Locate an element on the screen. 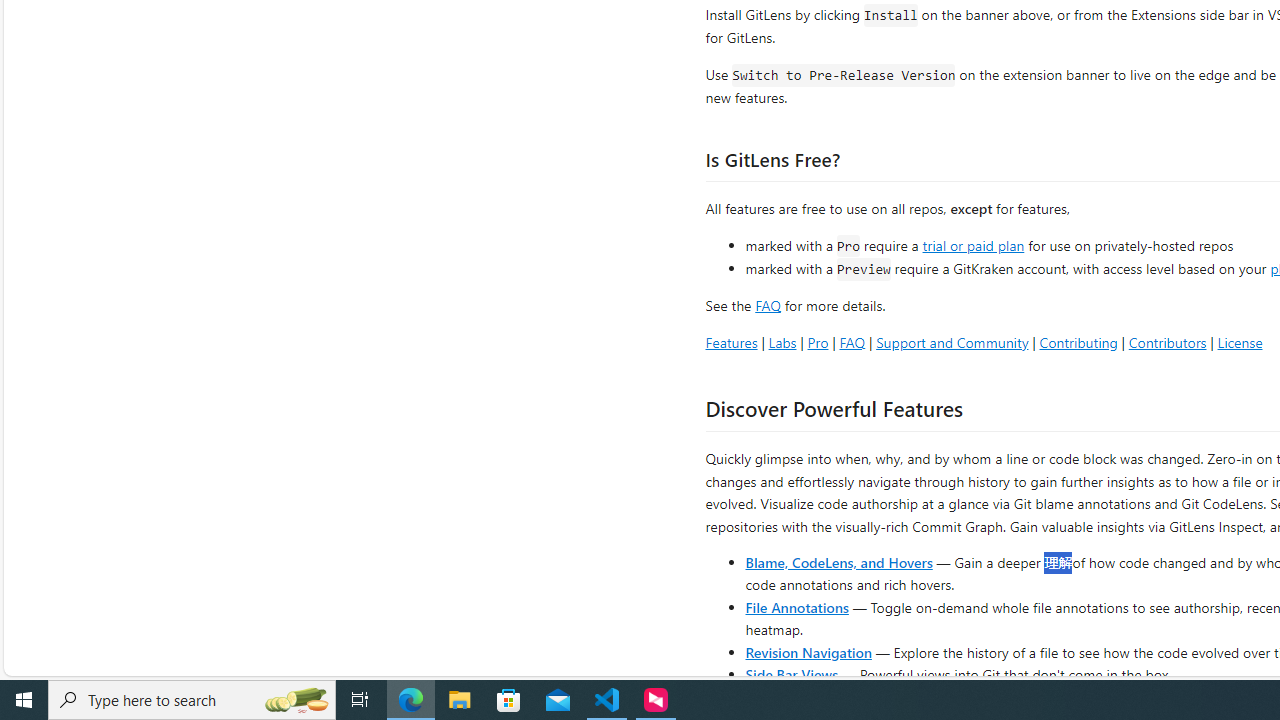 This screenshot has width=1280, height=720. 'Contributing' is located at coordinates (1077, 341).